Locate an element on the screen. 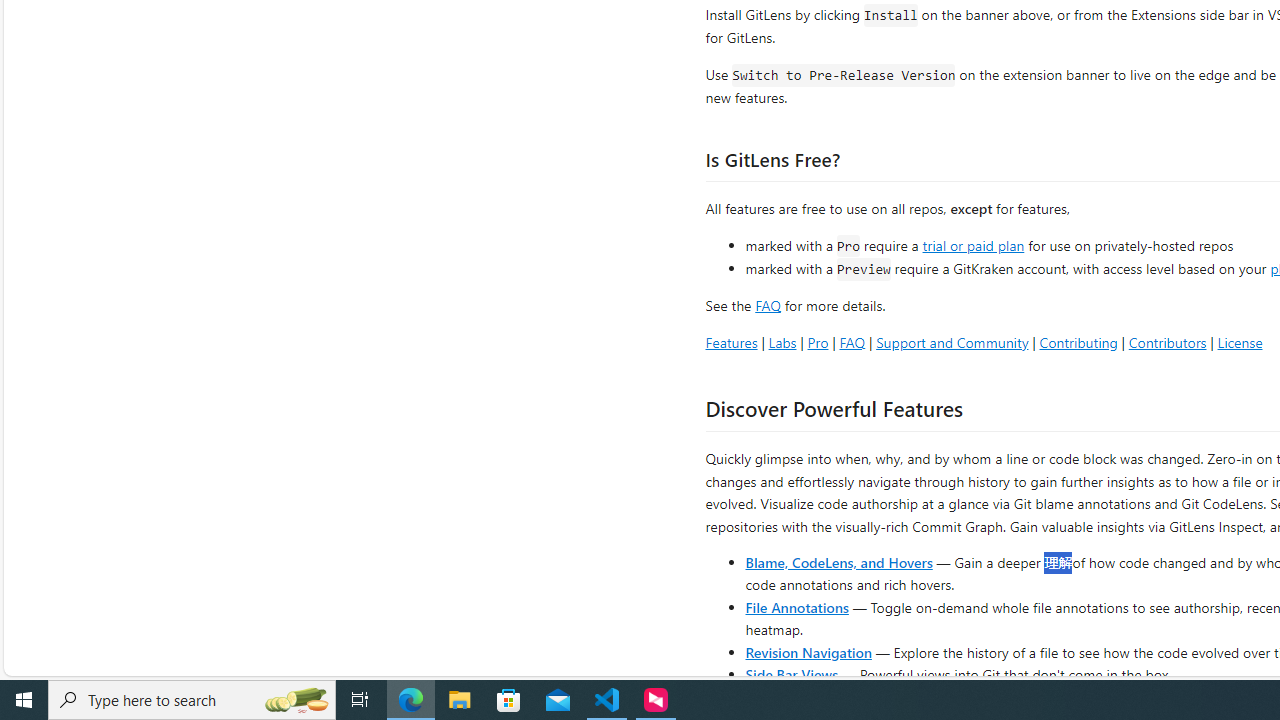 This screenshot has width=1280, height=720. 'Contributing' is located at coordinates (1077, 341).